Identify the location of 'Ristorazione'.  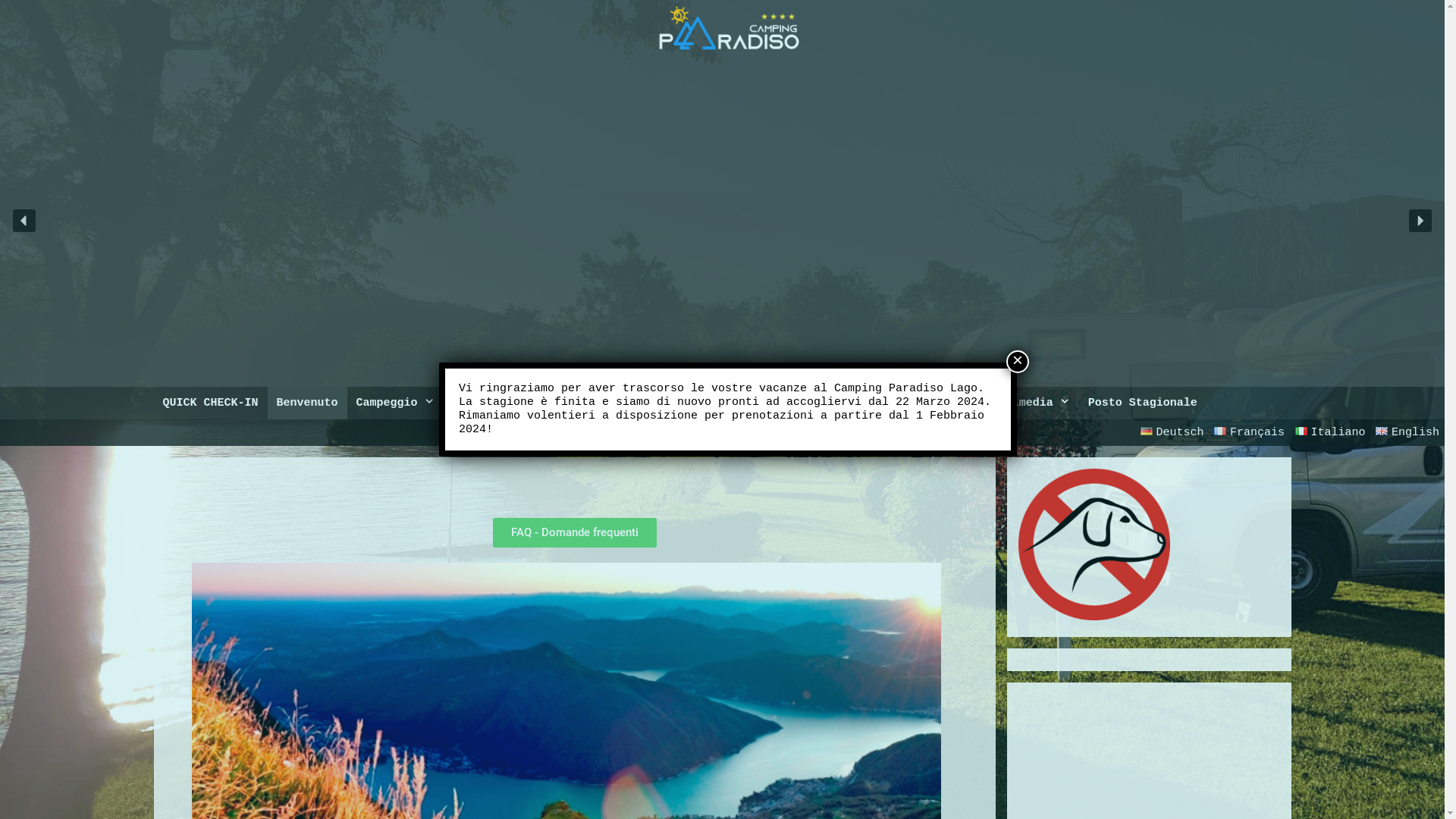
(724, 402).